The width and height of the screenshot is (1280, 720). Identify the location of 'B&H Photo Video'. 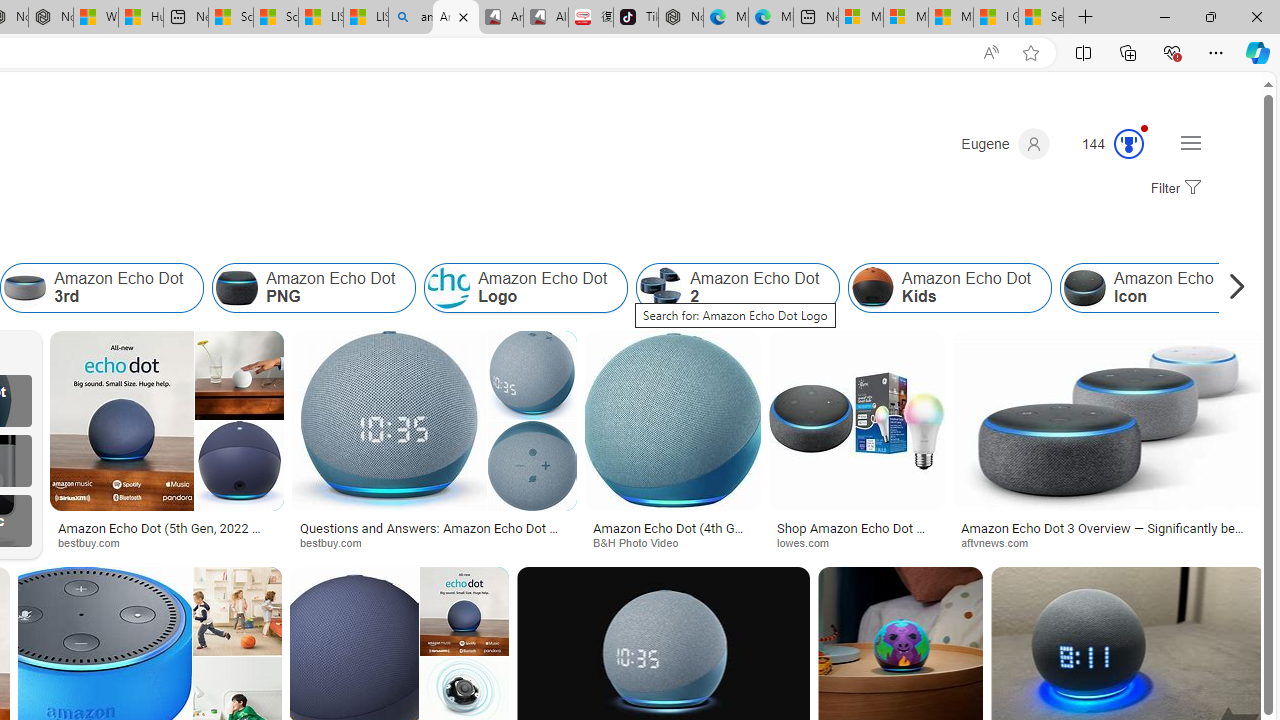
(642, 542).